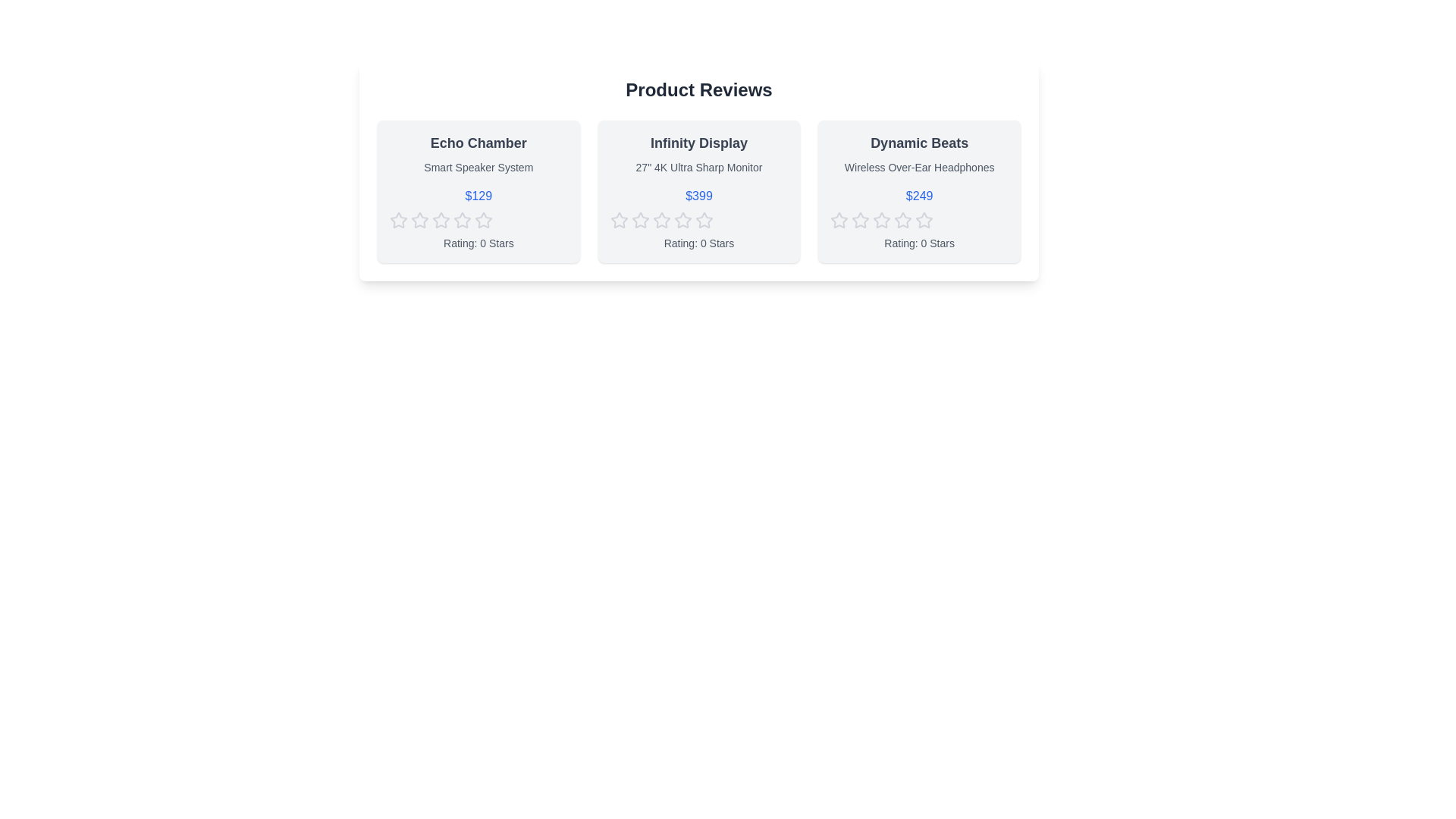  What do you see at coordinates (640, 220) in the screenshot?
I see `the first star in the five-star rating bar under the product titled 'Infinity Display'` at bounding box center [640, 220].